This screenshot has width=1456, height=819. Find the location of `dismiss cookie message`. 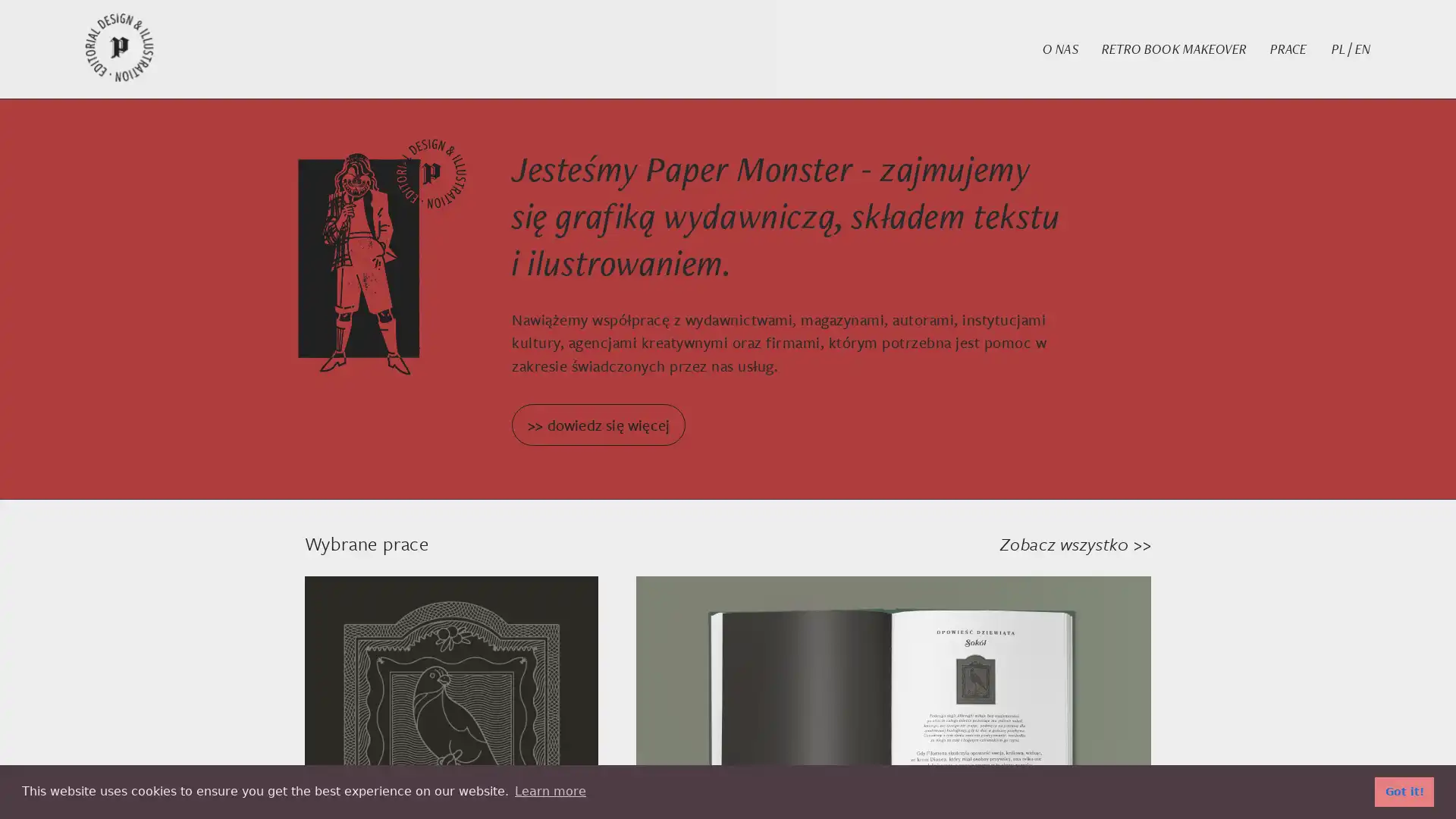

dismiss cookie message is located at coordinates (1404, 791).